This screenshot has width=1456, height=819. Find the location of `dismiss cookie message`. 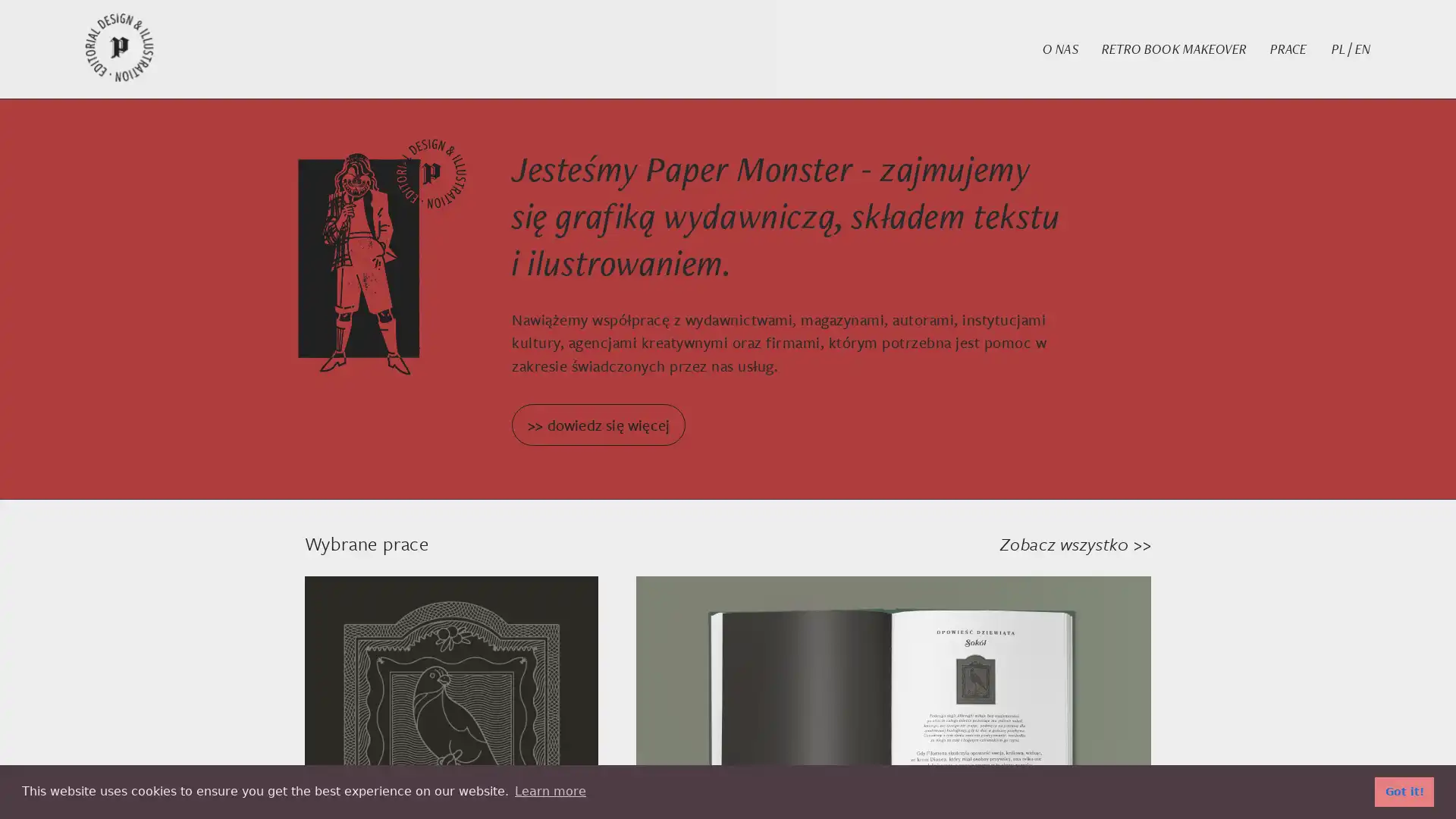

dismiss cookie message is located at coordinates (1404, 791).